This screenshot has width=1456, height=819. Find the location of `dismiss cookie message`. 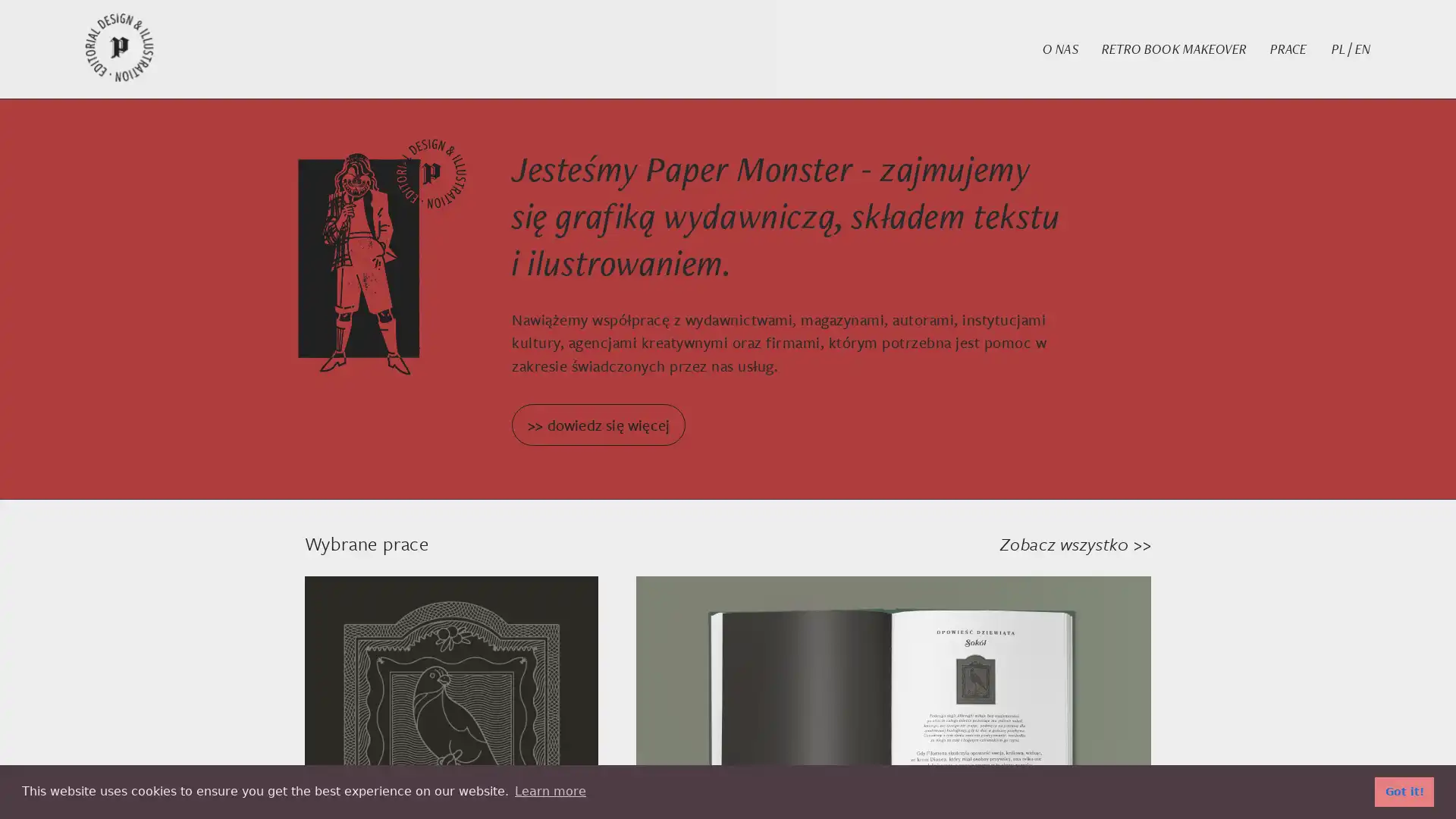

dismiss cookie message is located at coordinates (1404, 791).